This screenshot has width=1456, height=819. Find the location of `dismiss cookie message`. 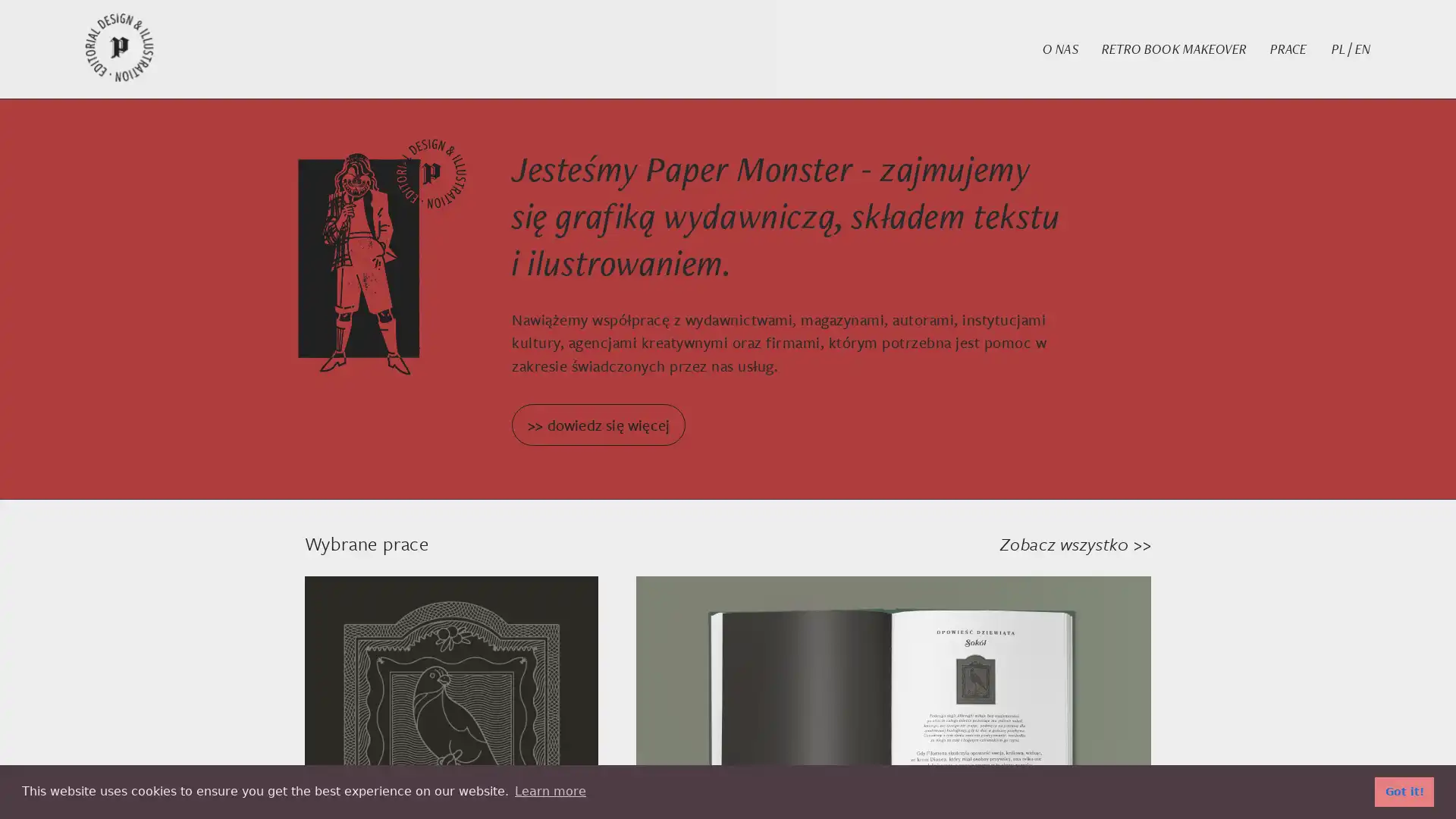

dismiss cookie message is located at coordinates (1404, 791).